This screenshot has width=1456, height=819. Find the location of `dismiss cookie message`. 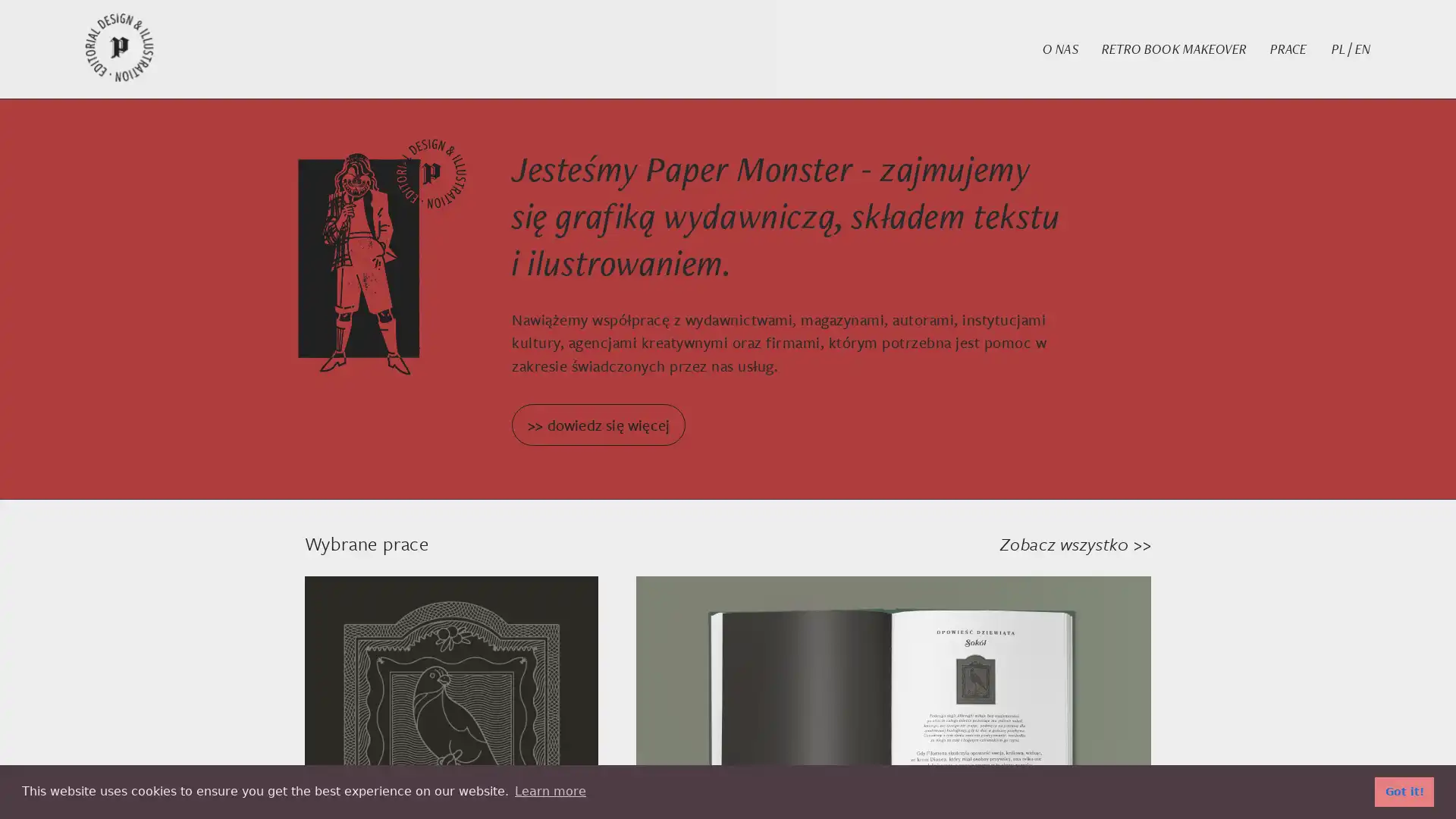

dismiss cookie message is located at coordinates (1404, 791).